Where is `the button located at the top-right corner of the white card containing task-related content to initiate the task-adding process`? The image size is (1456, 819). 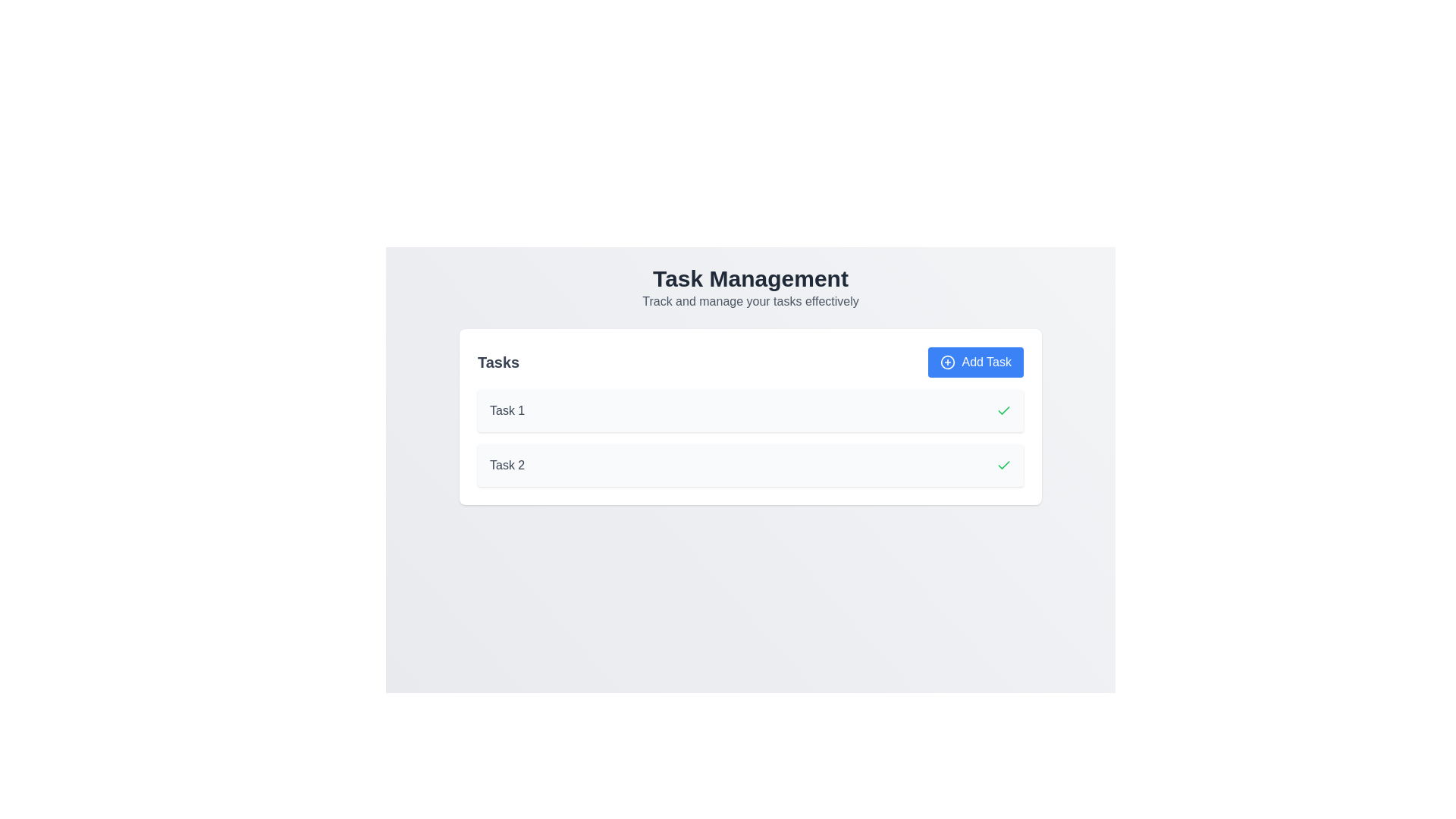 the button located at the top-right corner of the white card containing task-related content to initiate the task-adding process is located at coordinates (975, 362).